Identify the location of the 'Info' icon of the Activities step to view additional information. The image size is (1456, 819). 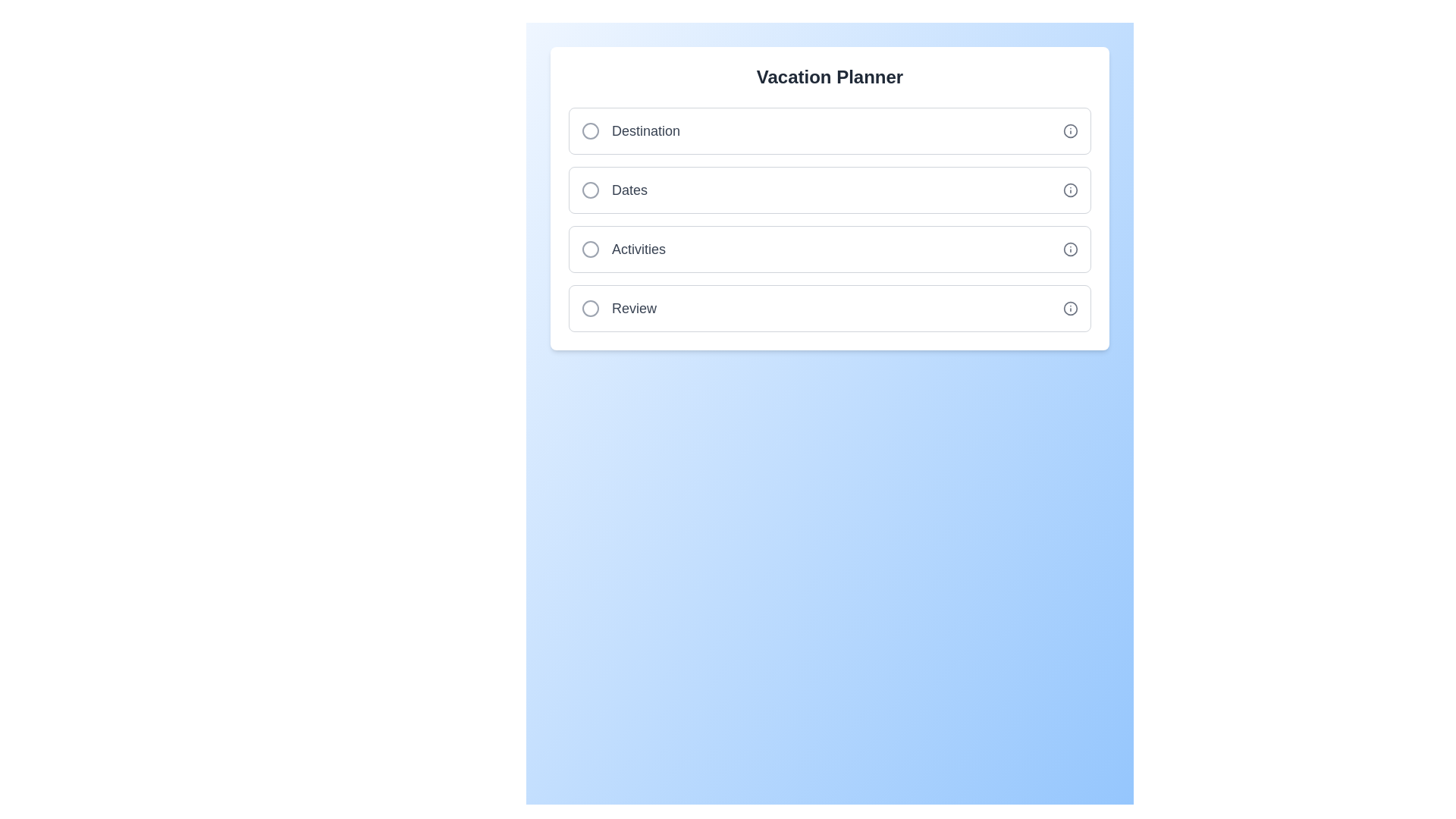
(1069, 248).